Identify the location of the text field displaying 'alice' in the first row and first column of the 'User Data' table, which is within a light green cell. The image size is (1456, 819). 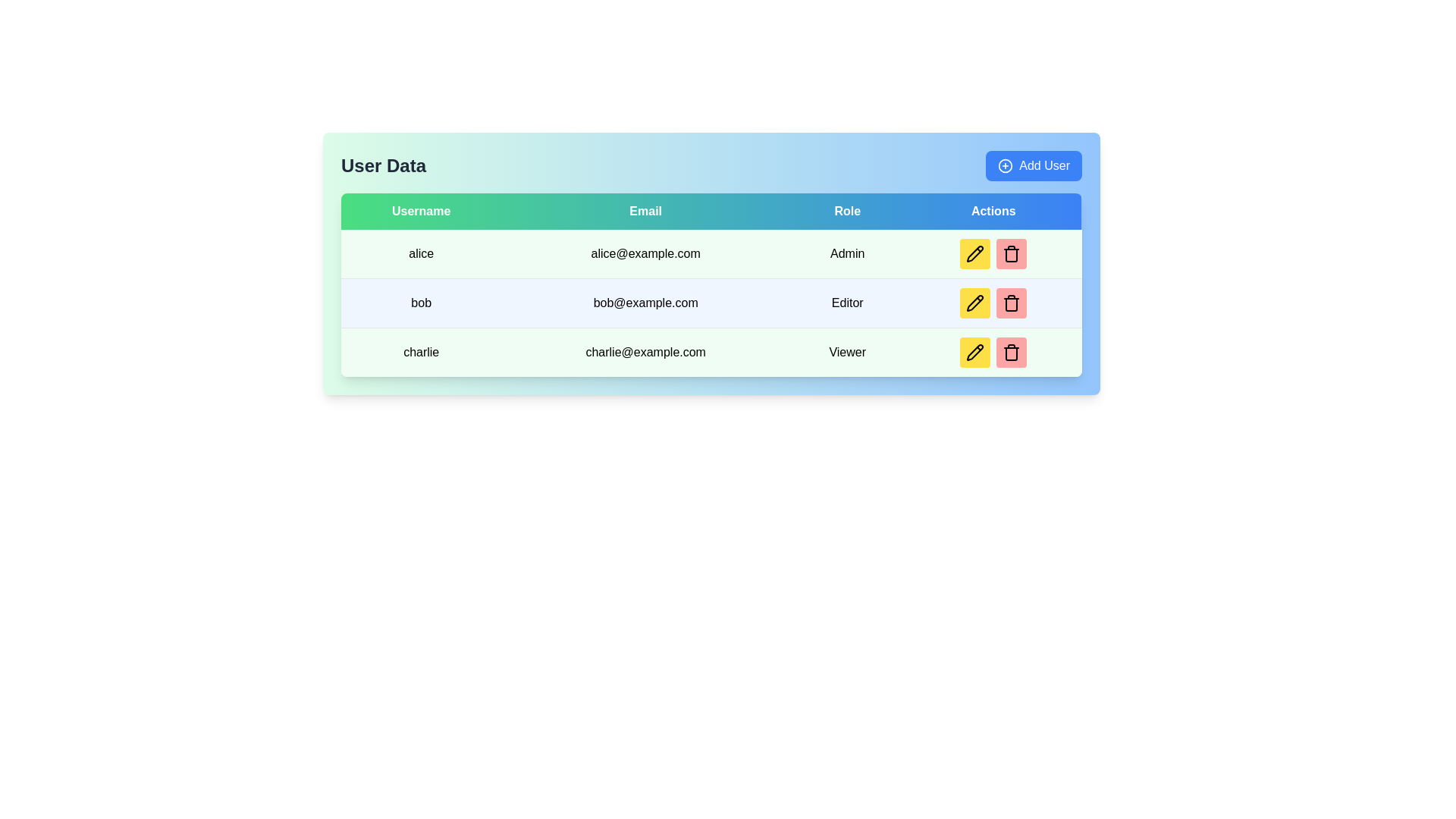
(421, 253).